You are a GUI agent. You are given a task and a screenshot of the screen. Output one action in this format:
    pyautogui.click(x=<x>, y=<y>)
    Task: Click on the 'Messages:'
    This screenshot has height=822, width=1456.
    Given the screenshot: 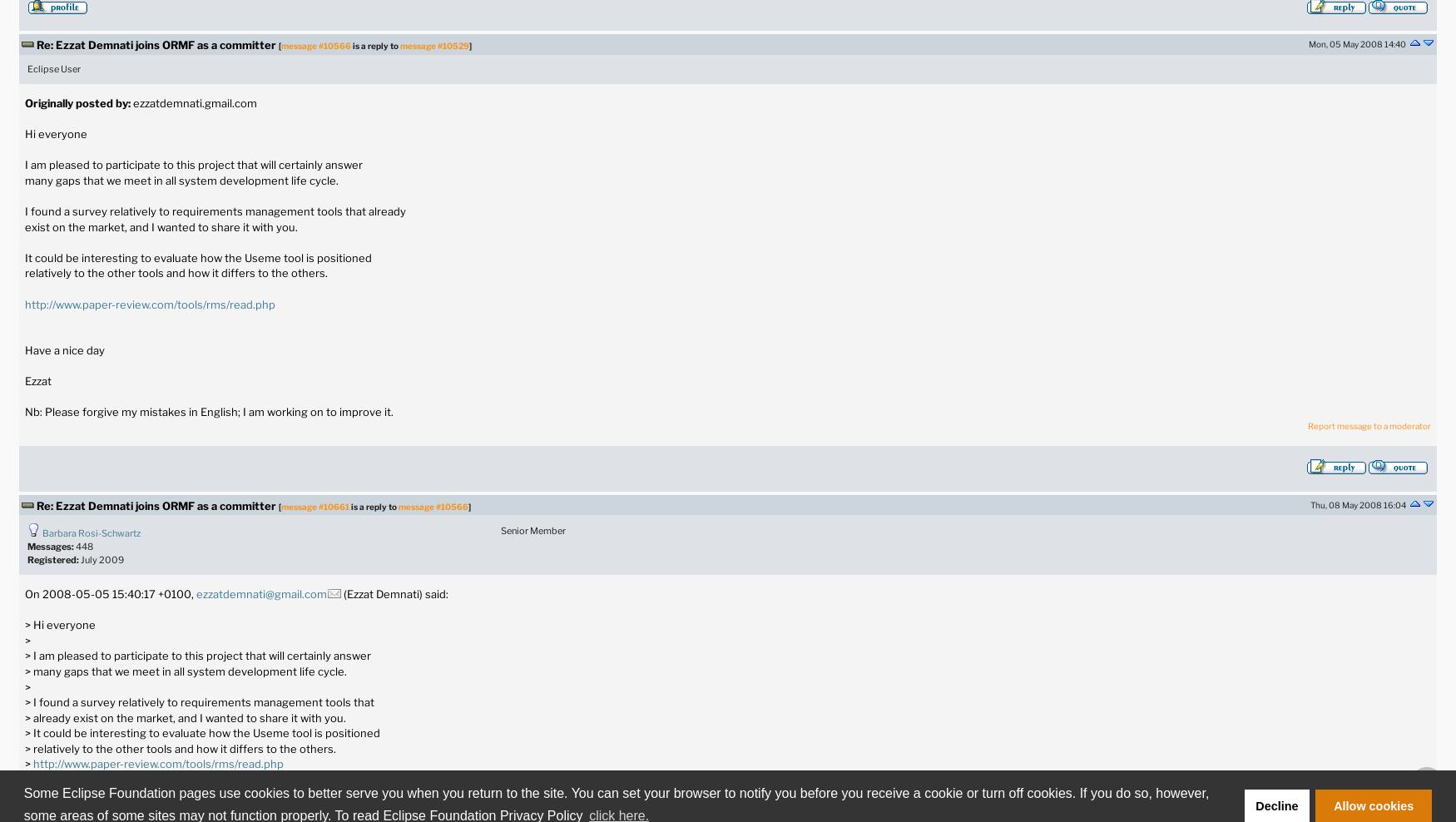 What is the action you would take?
    pyautogui.click(x=50, y=545)
    